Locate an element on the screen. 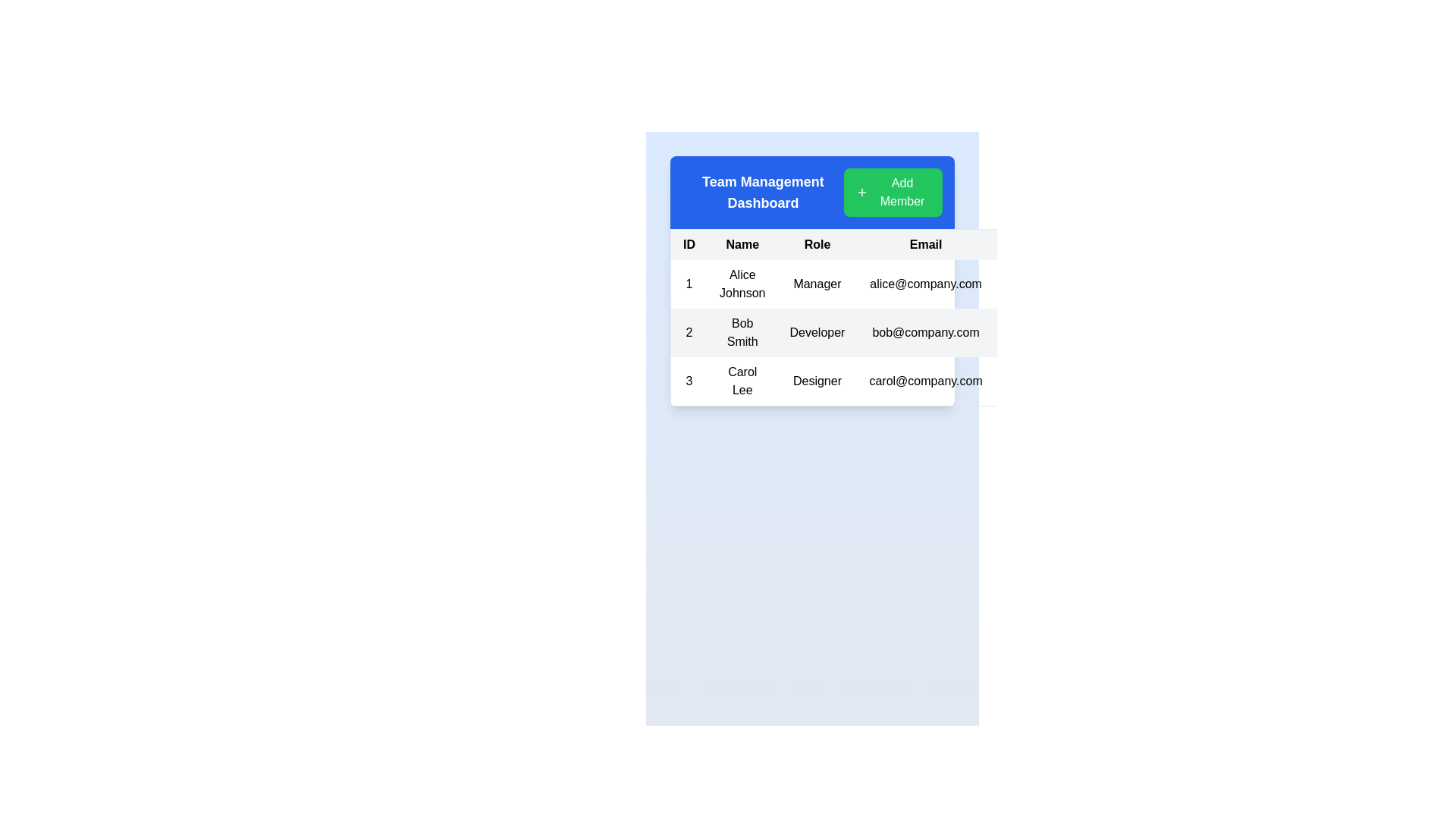 The image size is (1456, 819). the Text Display element that represents the individual's name in the table row associated with entry number 3, located between the cell containing '3' and the cell displaying 'Designer' is located at coordinates (742, 381).